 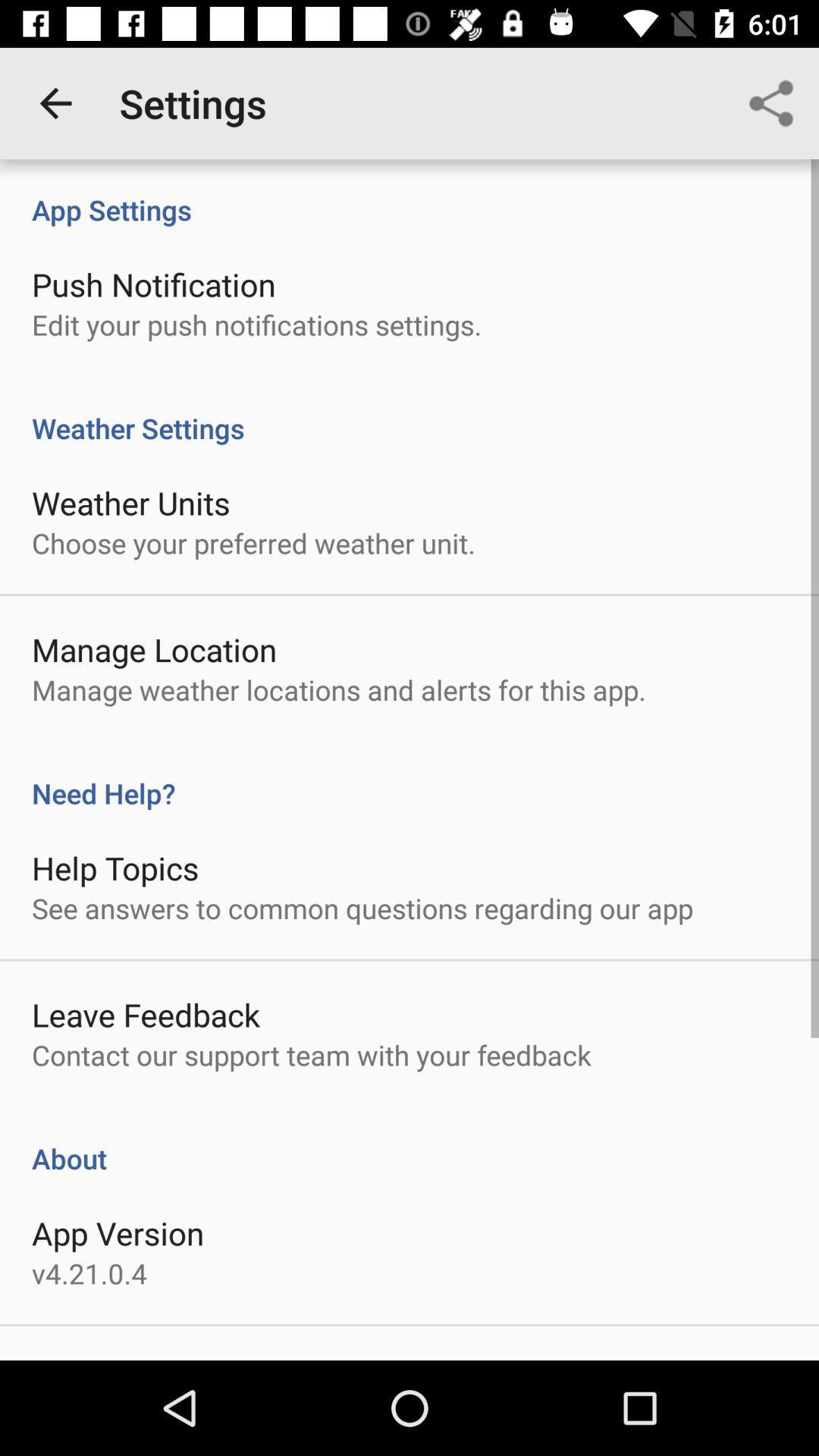 I want to click on item above the help topics icon, so click(x=409, y=777).